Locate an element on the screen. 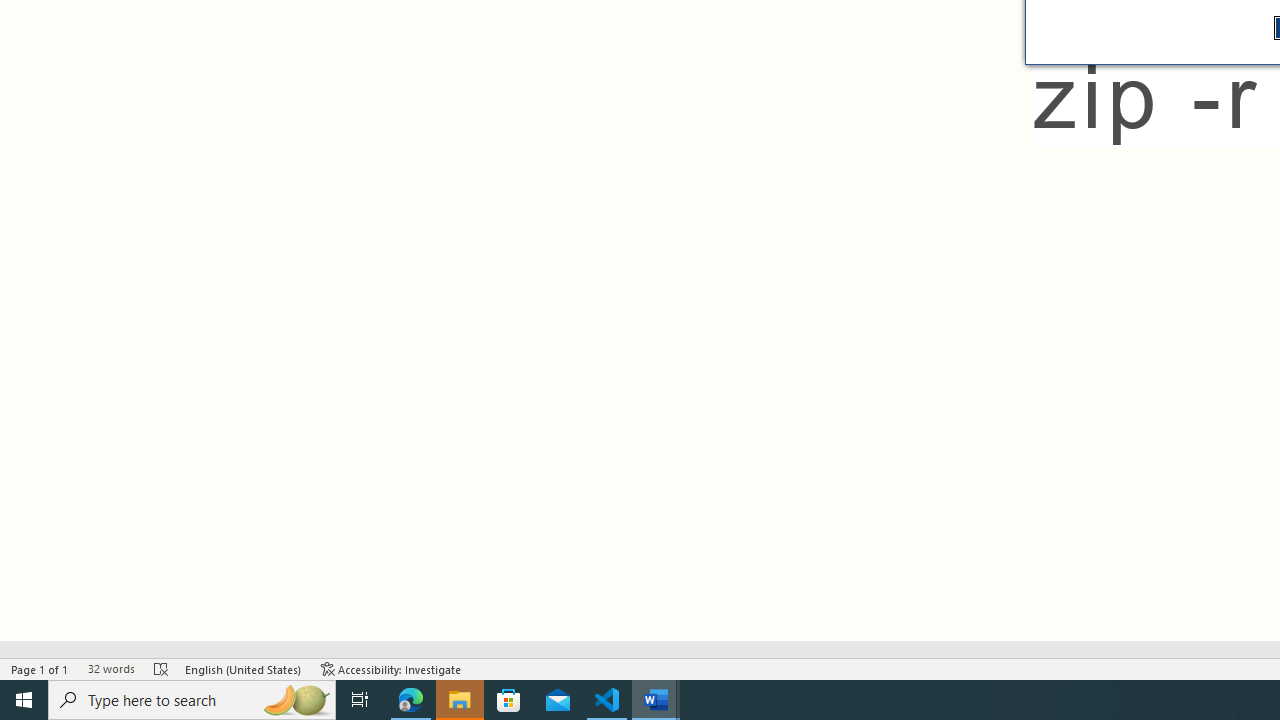  'Start' is located at coordinates (24, 698).